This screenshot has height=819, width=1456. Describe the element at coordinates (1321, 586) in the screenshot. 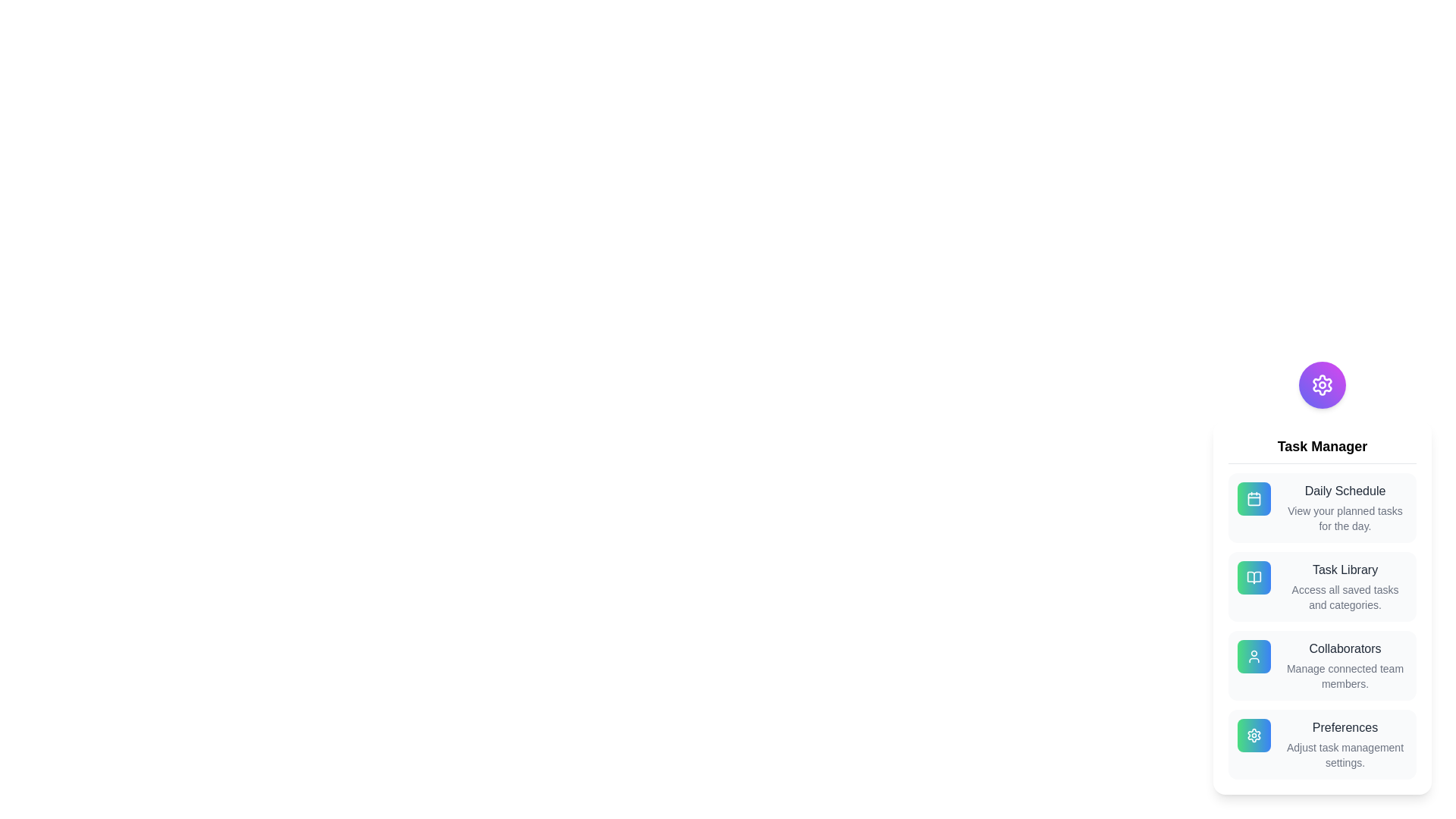

I see `the 'Task Library' option to access saved tasks and categories` at that location.